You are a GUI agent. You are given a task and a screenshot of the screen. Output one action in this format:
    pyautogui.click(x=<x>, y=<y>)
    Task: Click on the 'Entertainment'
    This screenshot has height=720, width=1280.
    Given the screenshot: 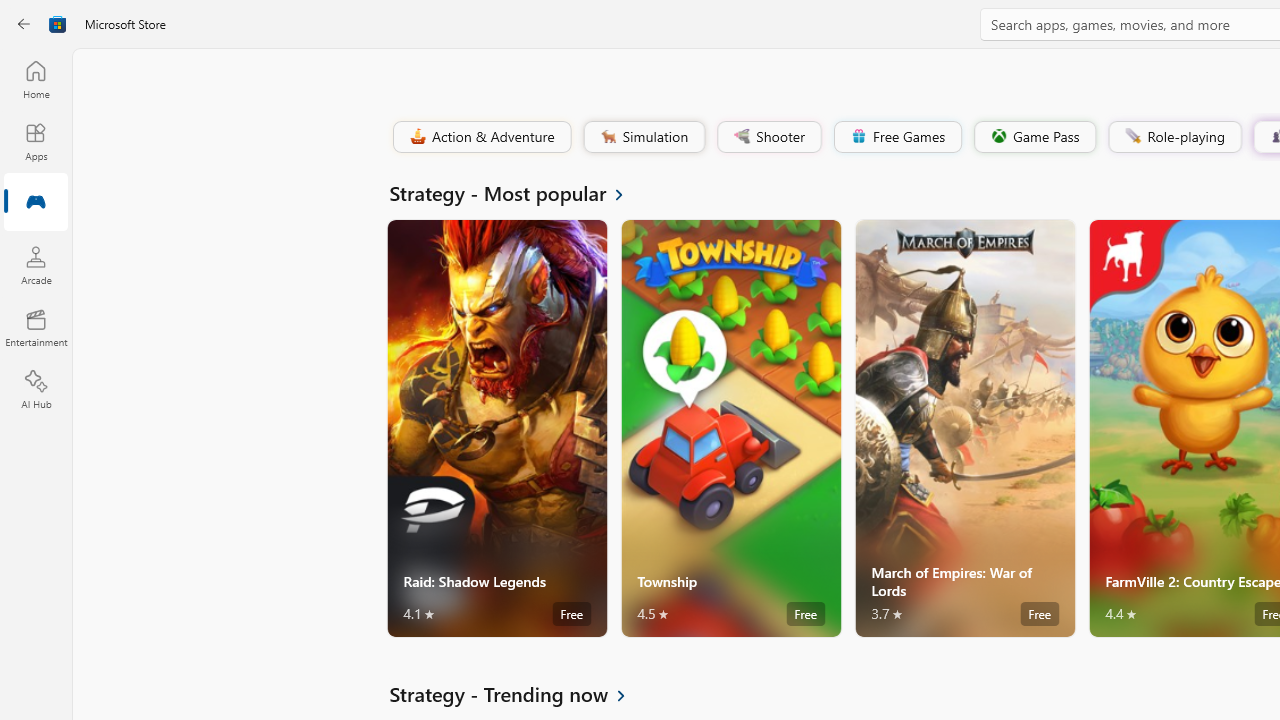 What is the action you would take?
    pyautogui.click(x=35, y=326)
    